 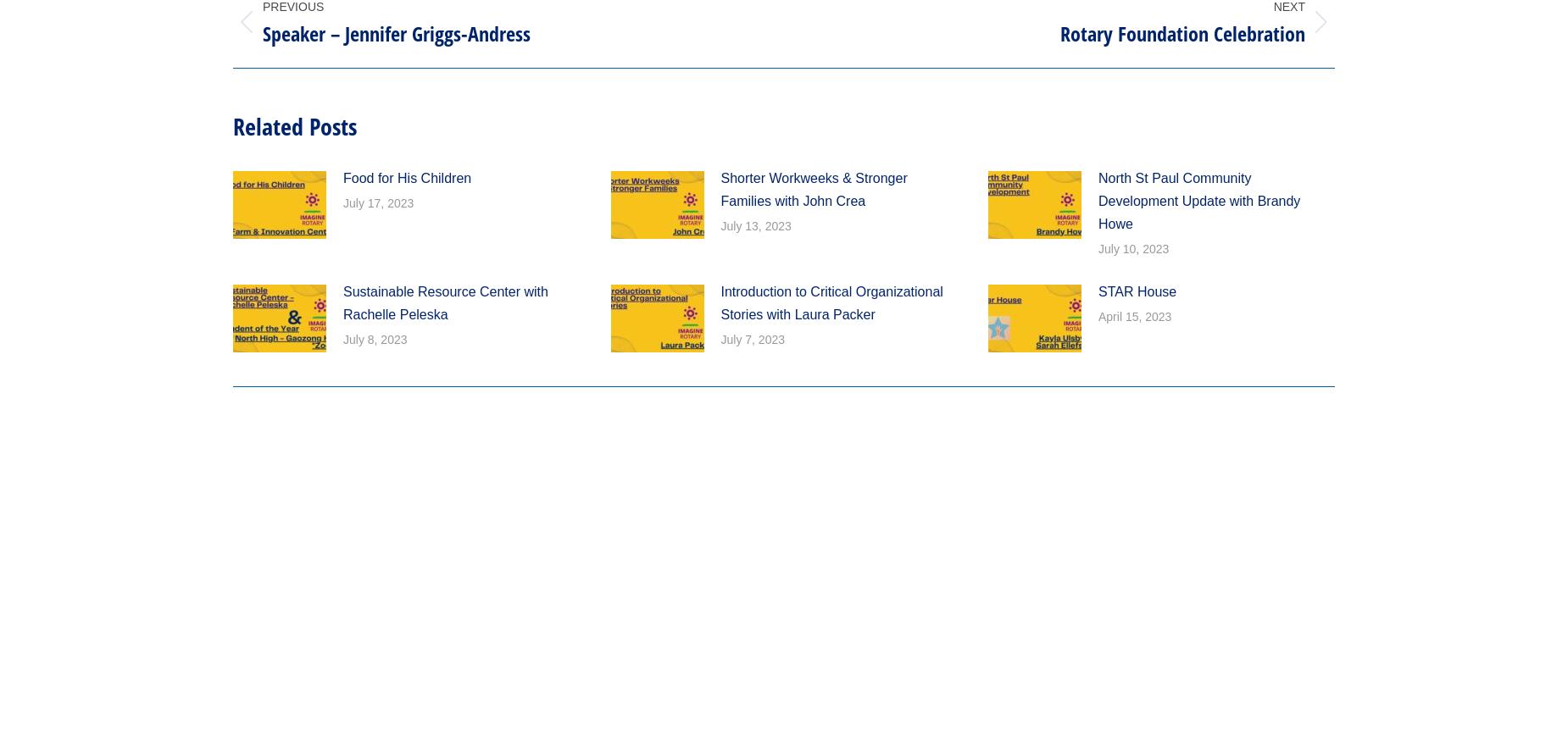 I want to click on 'North St. Paul, MN 55109', so click(x=614, y=78).